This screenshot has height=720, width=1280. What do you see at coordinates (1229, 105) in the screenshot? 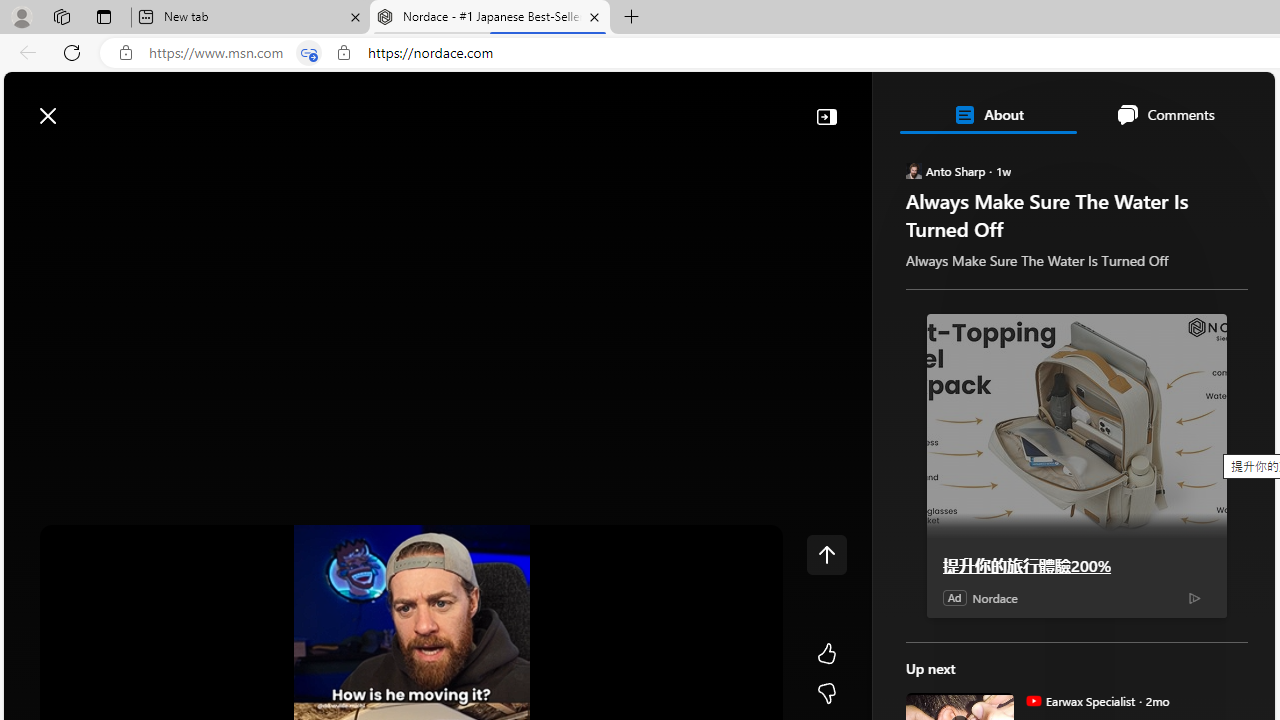
I see `'Open settings'` at bounding box center [1229, 105].